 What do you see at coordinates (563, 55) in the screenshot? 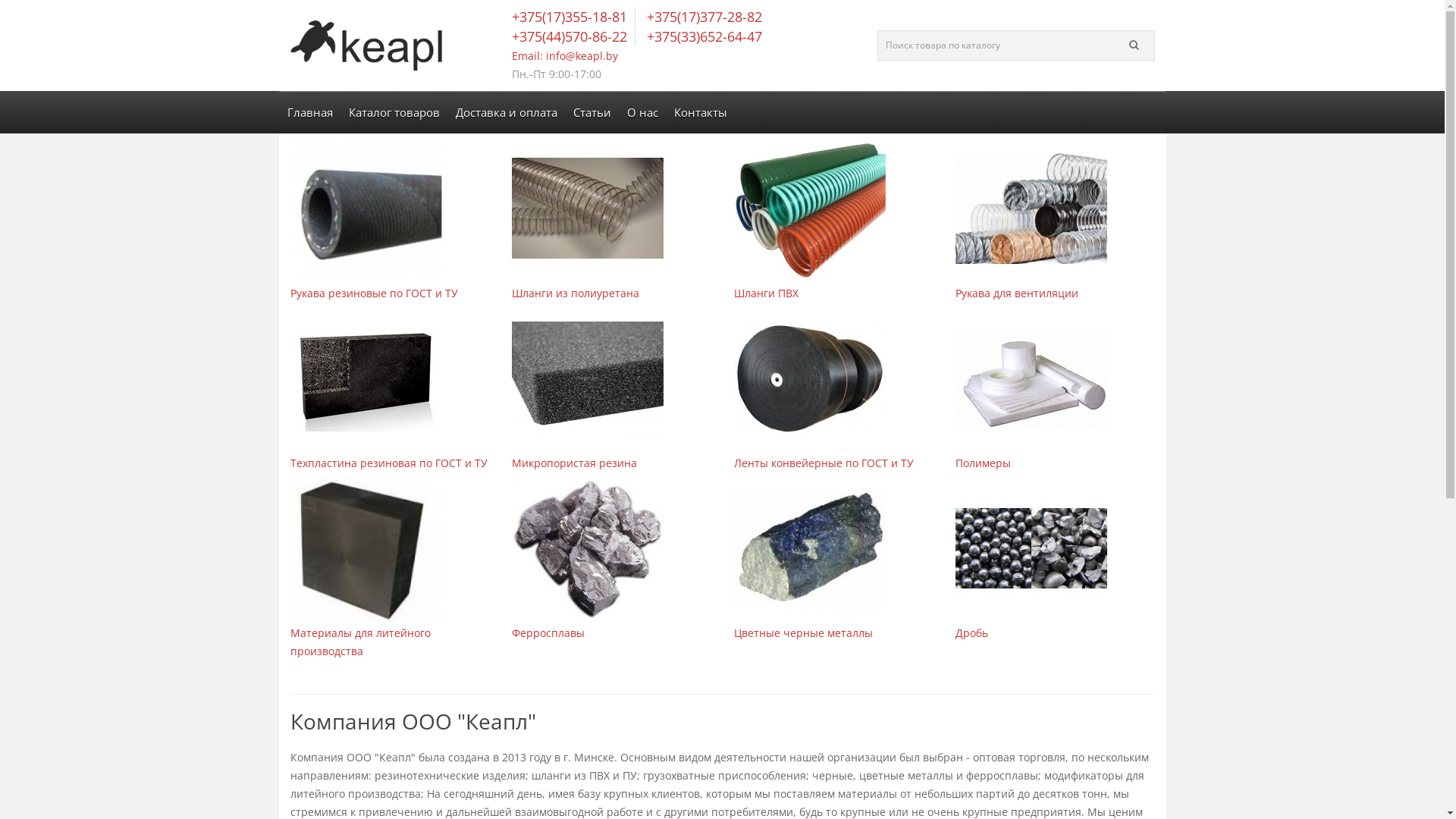
I see `'Email: info@keapl.by'` at bounding box center [563, 55].